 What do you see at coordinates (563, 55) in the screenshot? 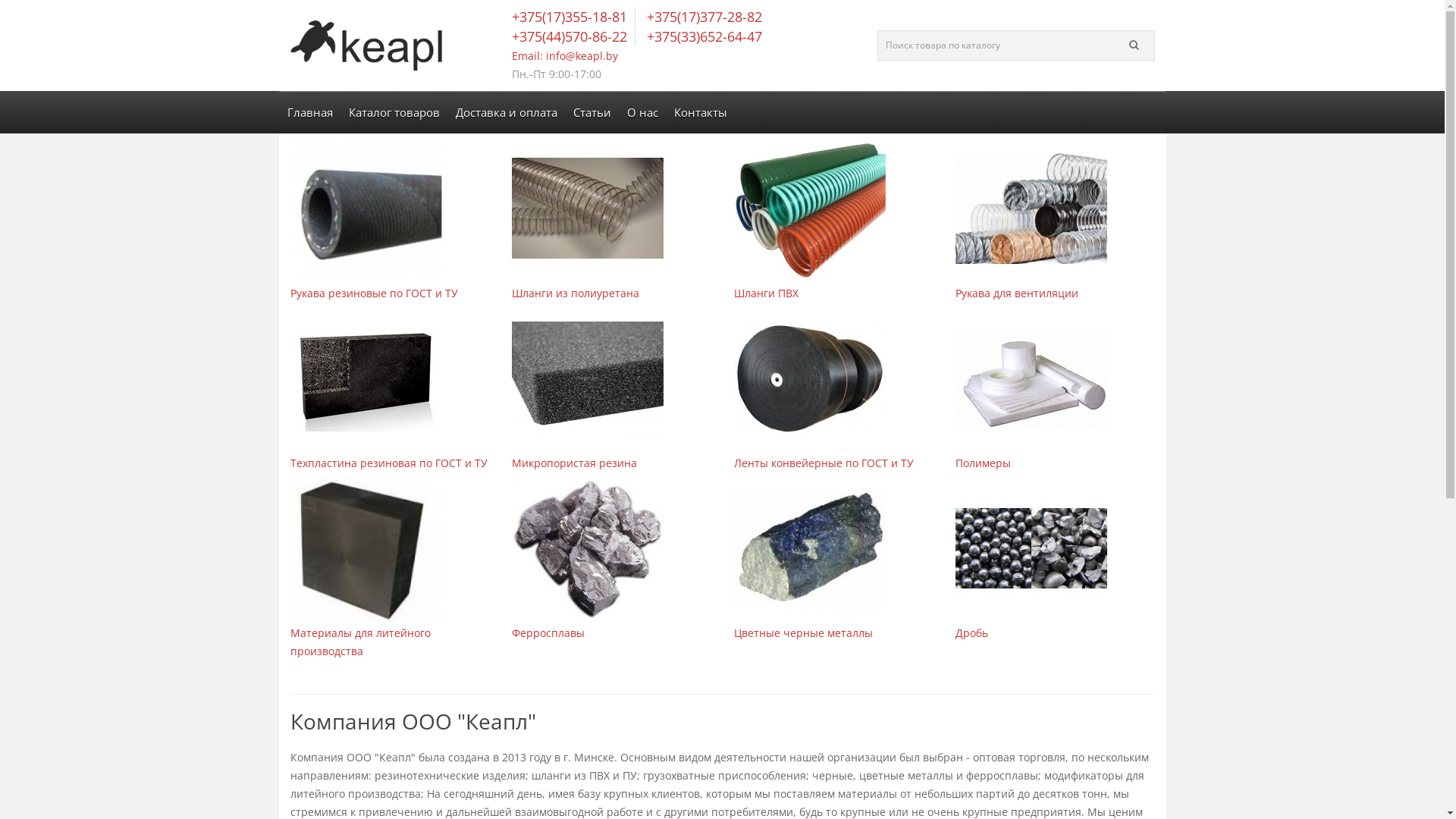
I see `'Email: info@keapl.by'` at bounding box center [563, 55].